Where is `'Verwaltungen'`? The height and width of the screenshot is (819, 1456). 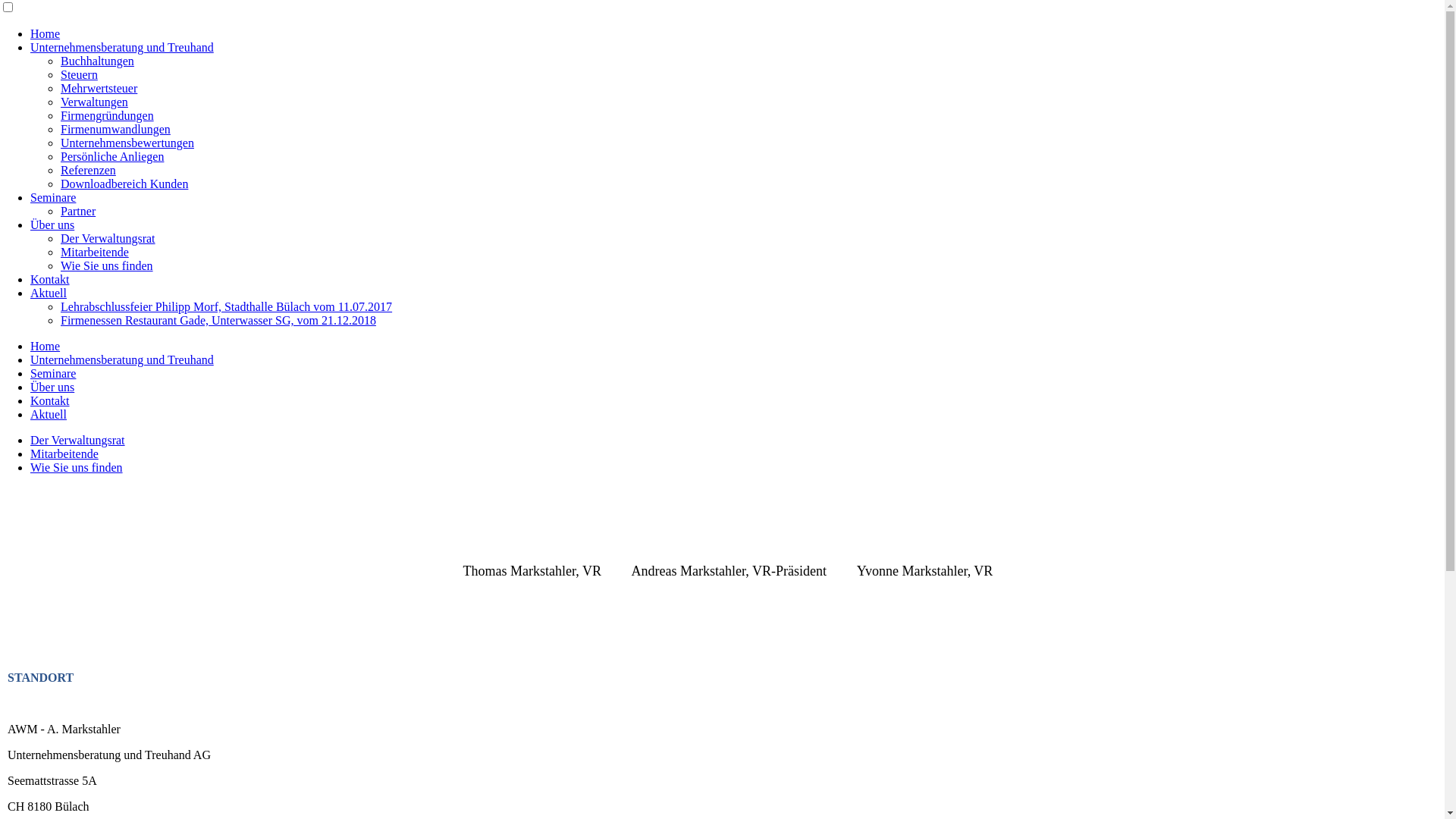 'Verwaltungen' is located at coordinates (93, 102).